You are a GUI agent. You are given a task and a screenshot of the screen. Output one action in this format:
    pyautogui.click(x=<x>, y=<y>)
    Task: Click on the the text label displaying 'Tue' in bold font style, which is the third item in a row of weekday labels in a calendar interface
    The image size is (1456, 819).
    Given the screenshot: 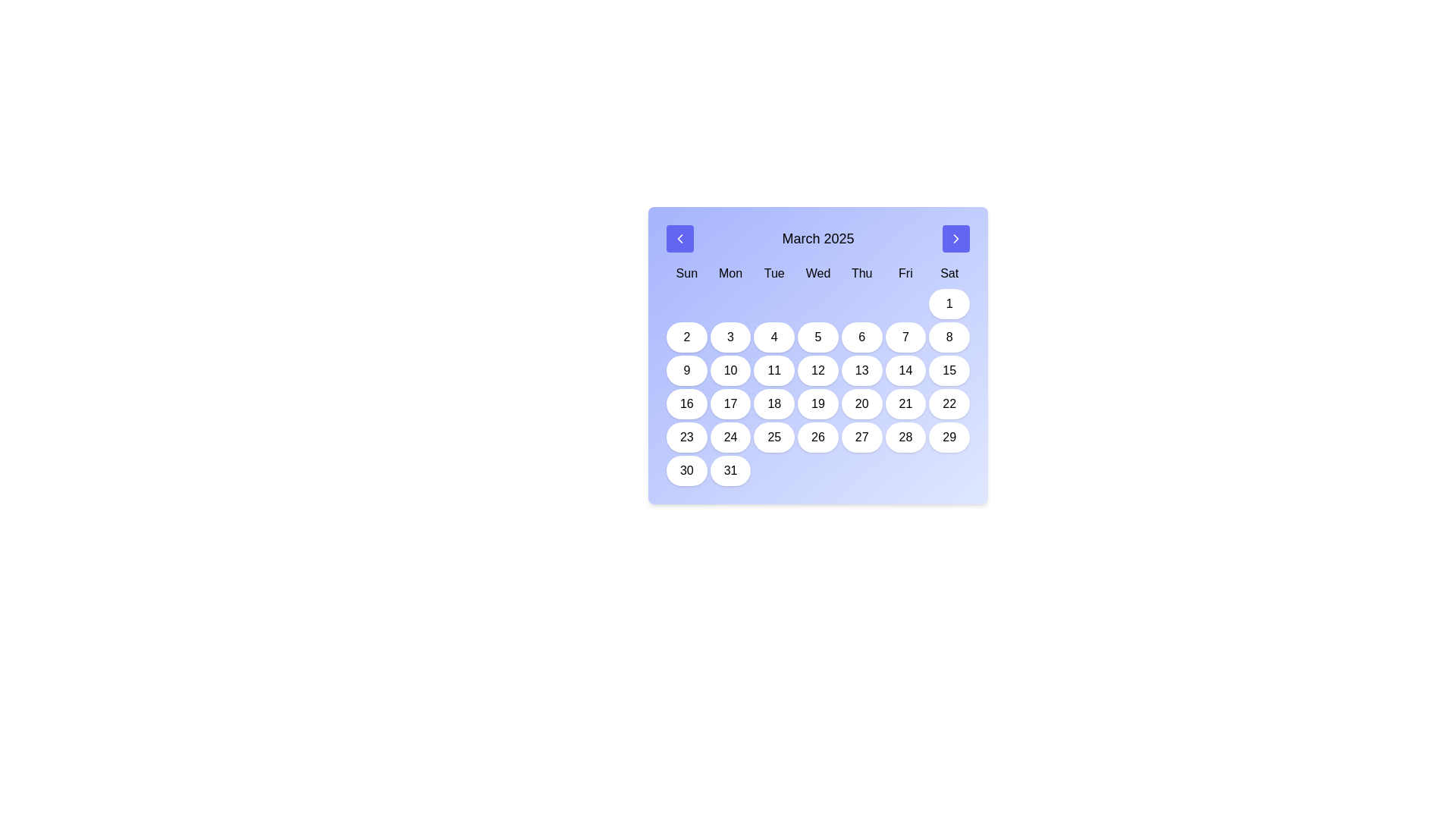 What is the action you would take?
    pyautogui.click(x=774, y=274)
    